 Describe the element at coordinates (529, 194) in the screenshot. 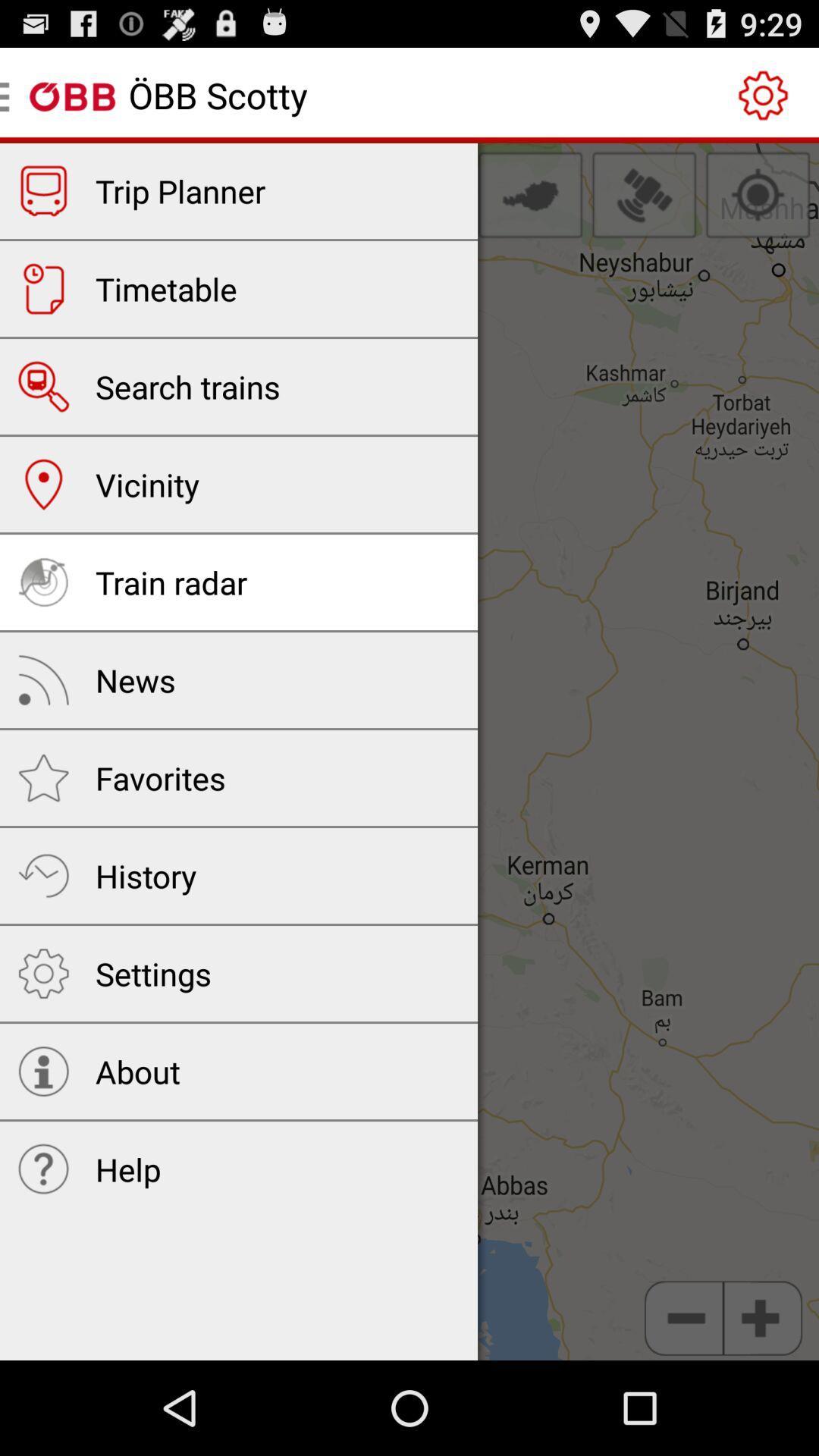

I see `the item next to the trip planner item` at that location.